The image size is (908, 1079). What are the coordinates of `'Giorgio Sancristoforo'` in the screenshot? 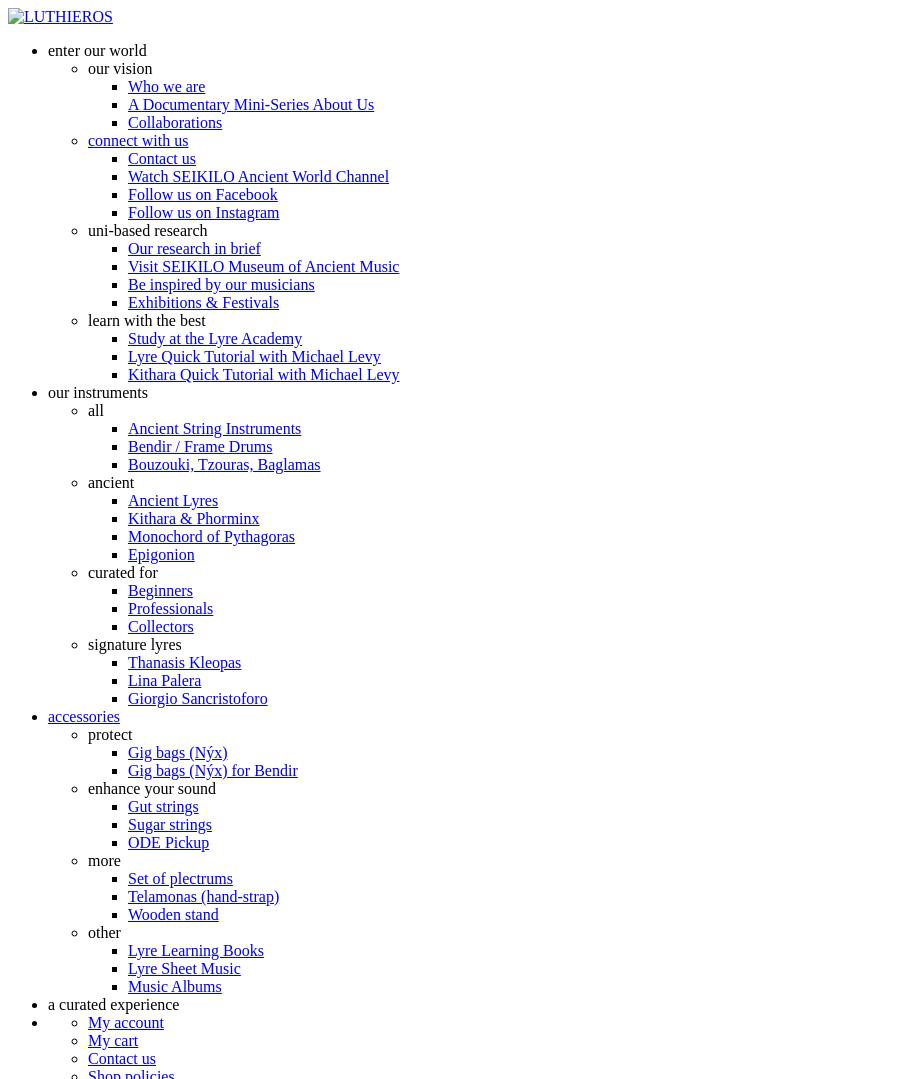 It's located at (197, 698).